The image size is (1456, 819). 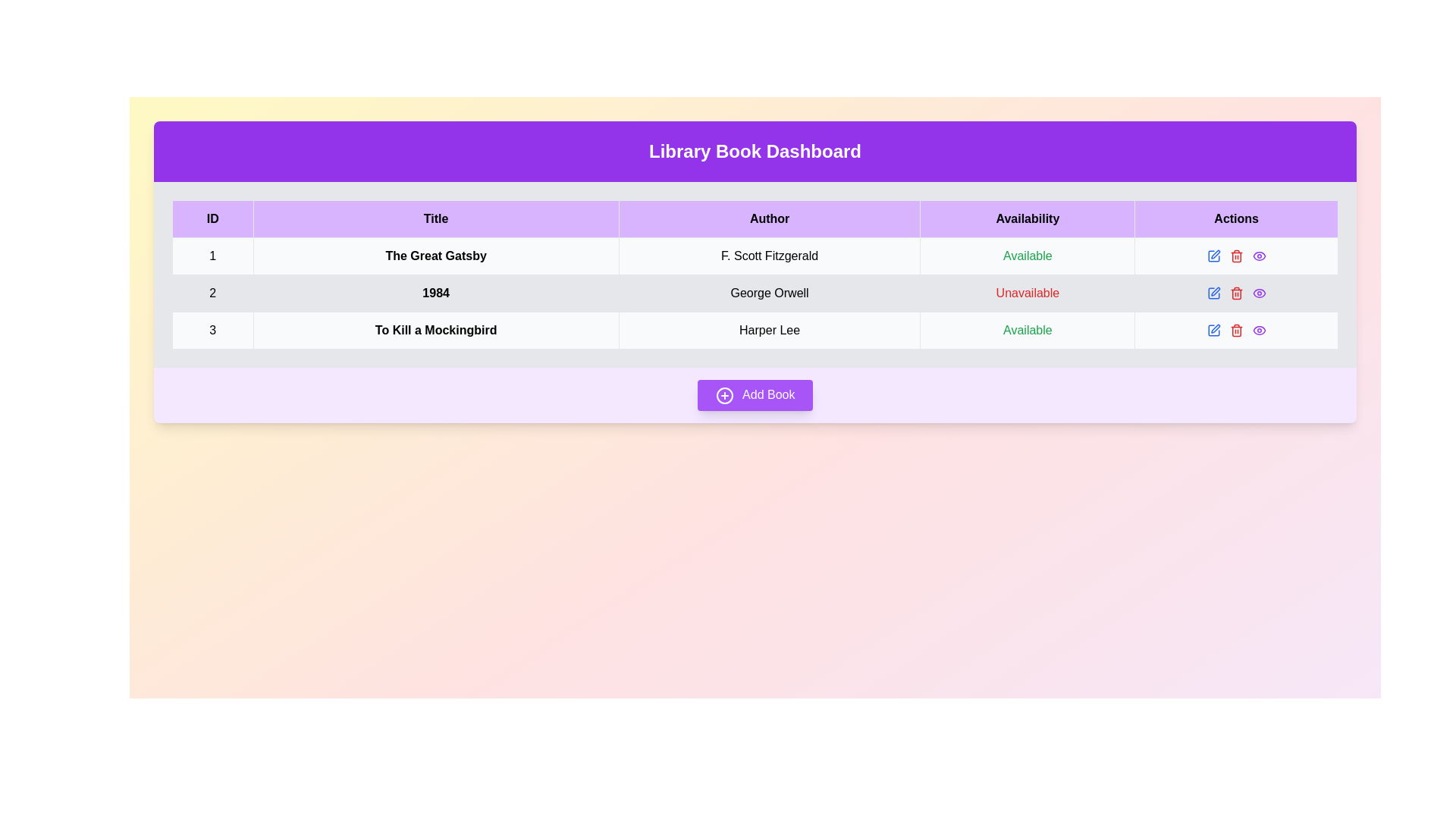 What do you see at coordinates (1259, 329) in the screenshot?
I see `the fourth action icon button rendered as a purple eye icon in the last row of the actions column` at bounding box center [1259, 329].